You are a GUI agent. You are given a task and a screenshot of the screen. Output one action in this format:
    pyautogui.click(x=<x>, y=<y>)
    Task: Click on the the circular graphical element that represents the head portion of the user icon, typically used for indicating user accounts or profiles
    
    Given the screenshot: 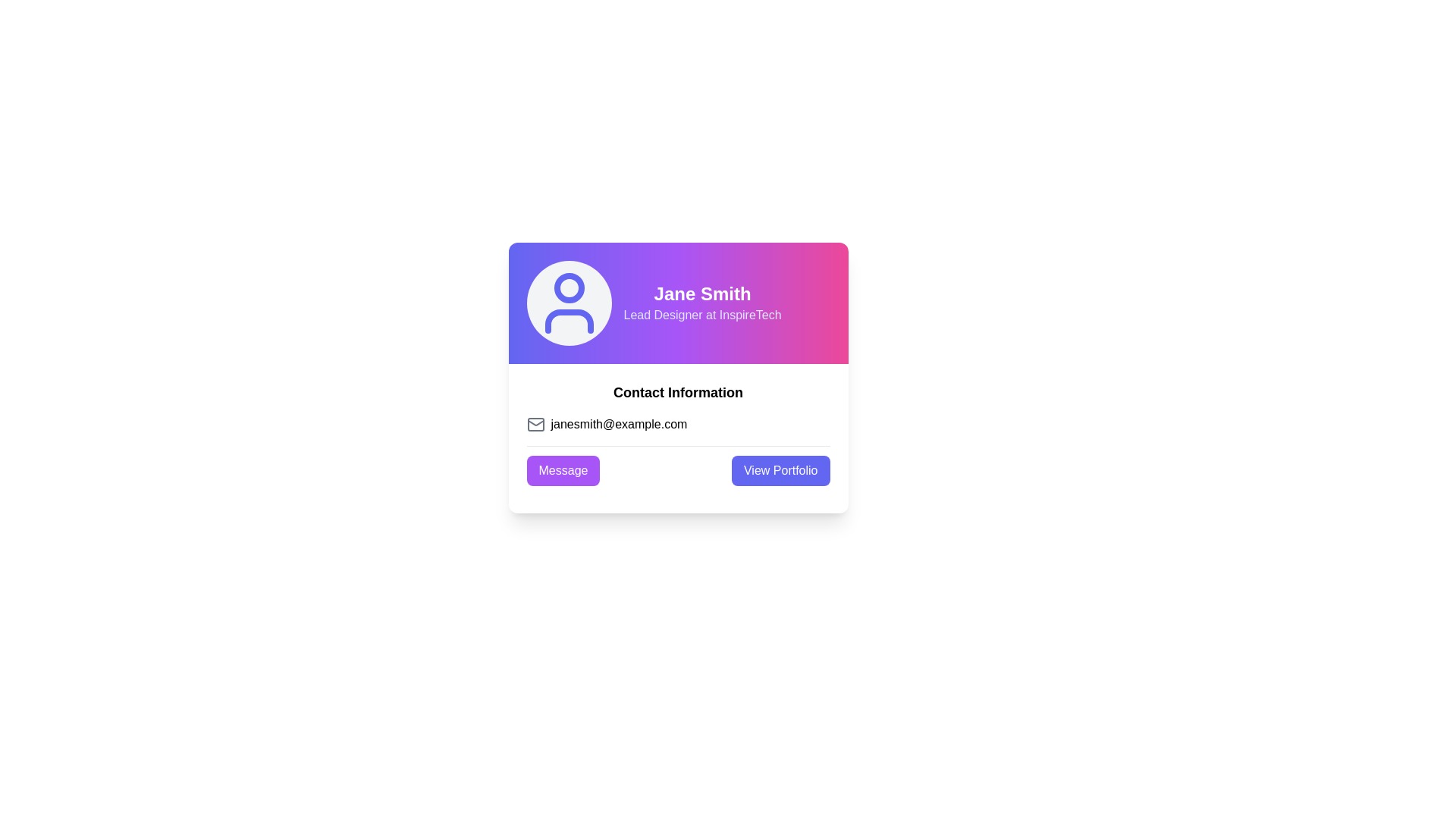 What is the action you would take?
    pyautogui.click(x=568, y=288)
    